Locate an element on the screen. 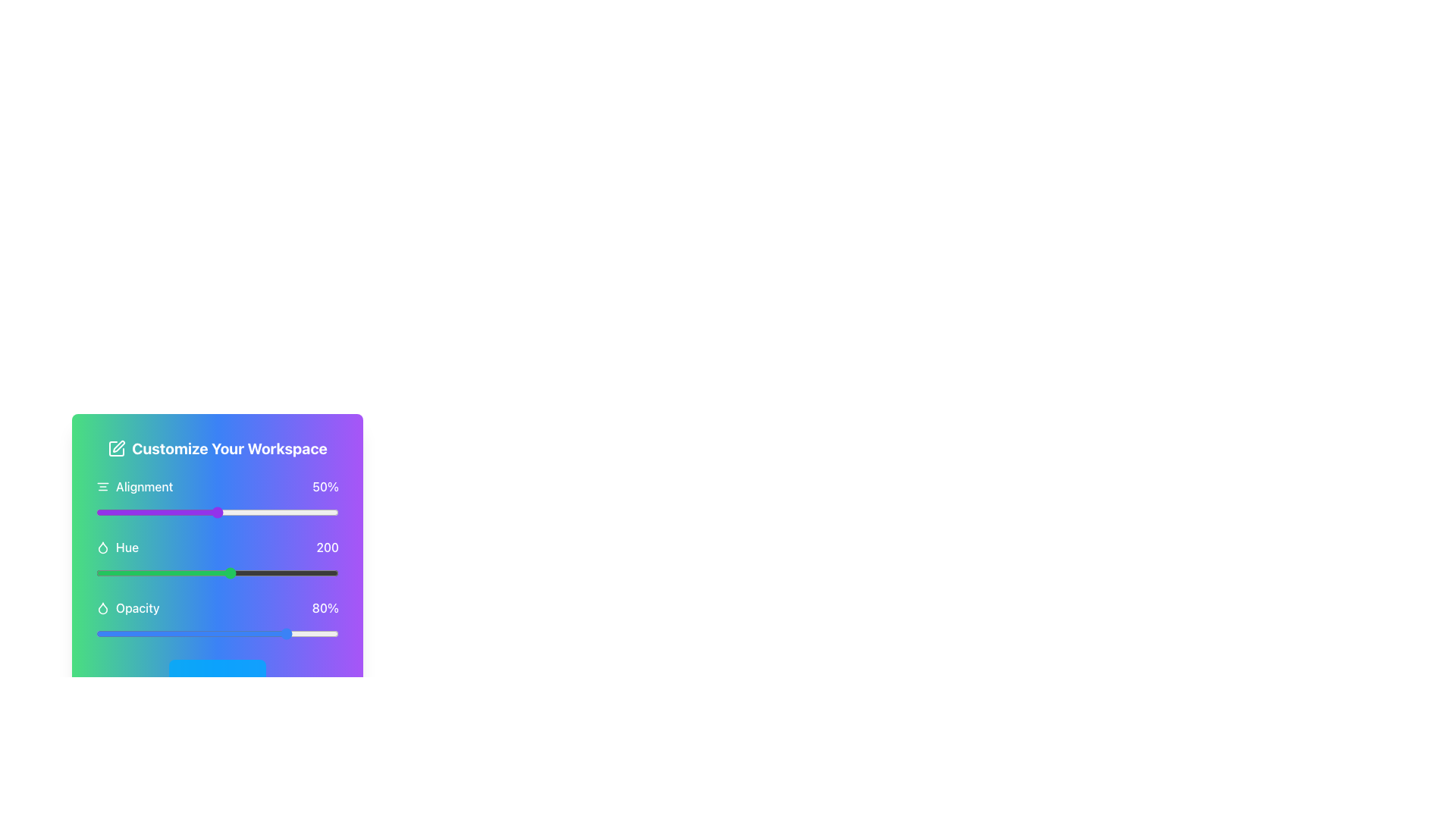  the alignment percentage is located at coordinates (137, 512).